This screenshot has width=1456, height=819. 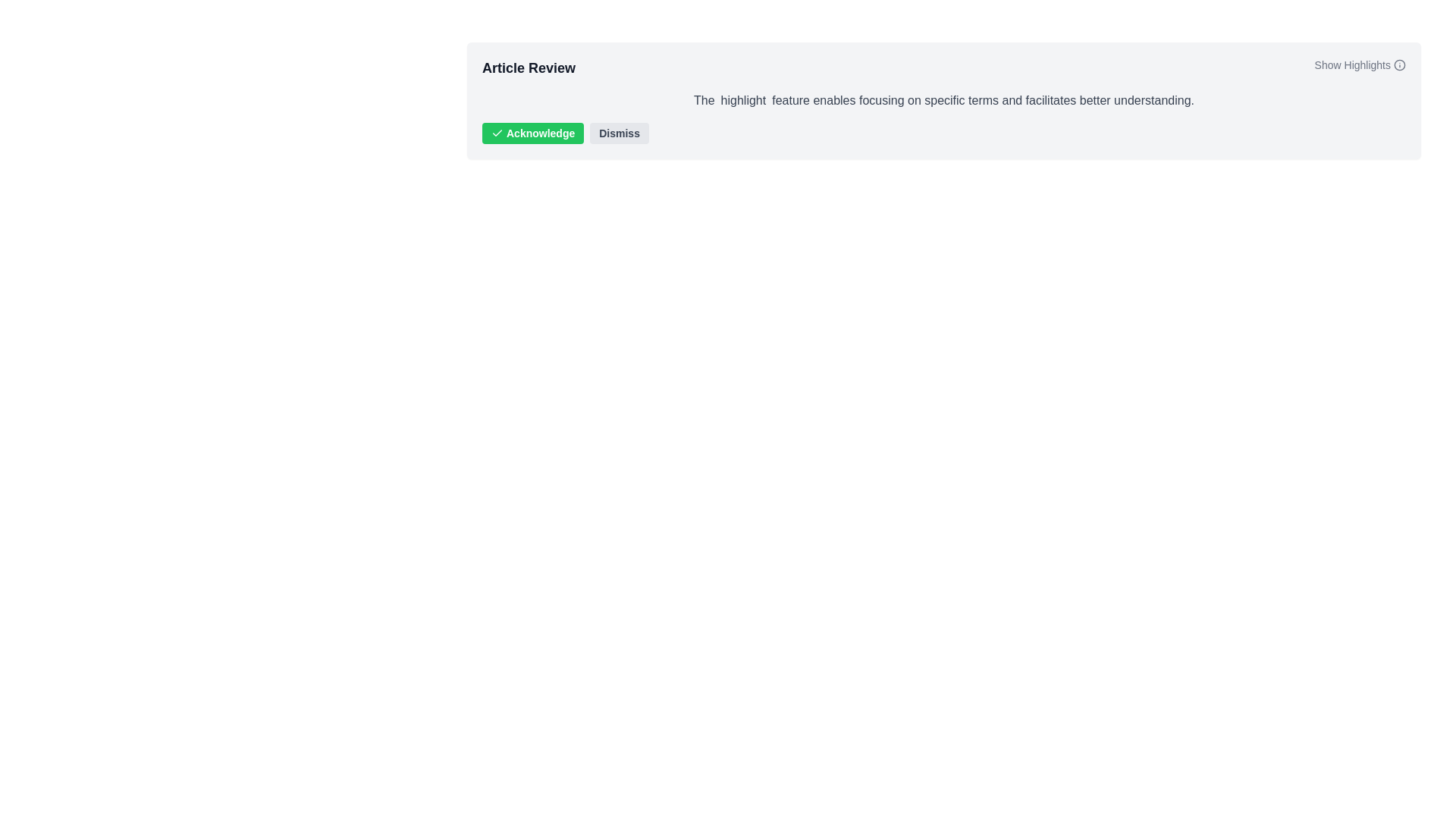 What do you see at coordinates (620, 133) in the screenshot?
I see `the 'Dismiss' button, which is a rectangular button with a light gray background and labeled in dark gray bold text, to observe styling effects` at bounding box center [620, 133].